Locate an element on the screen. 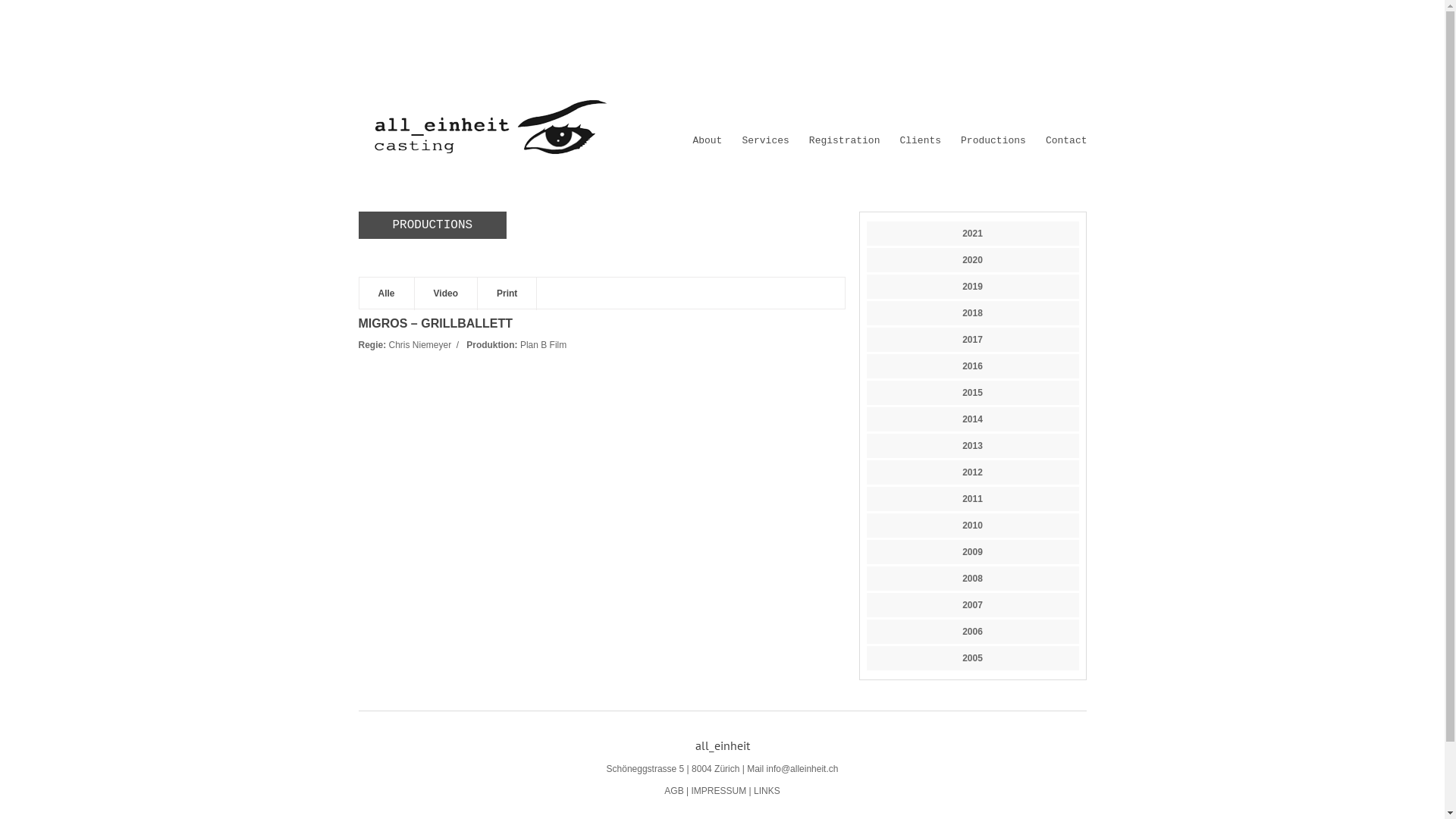 The image size is (1456, 819). 'Video' is located at coordinates (415, 293).